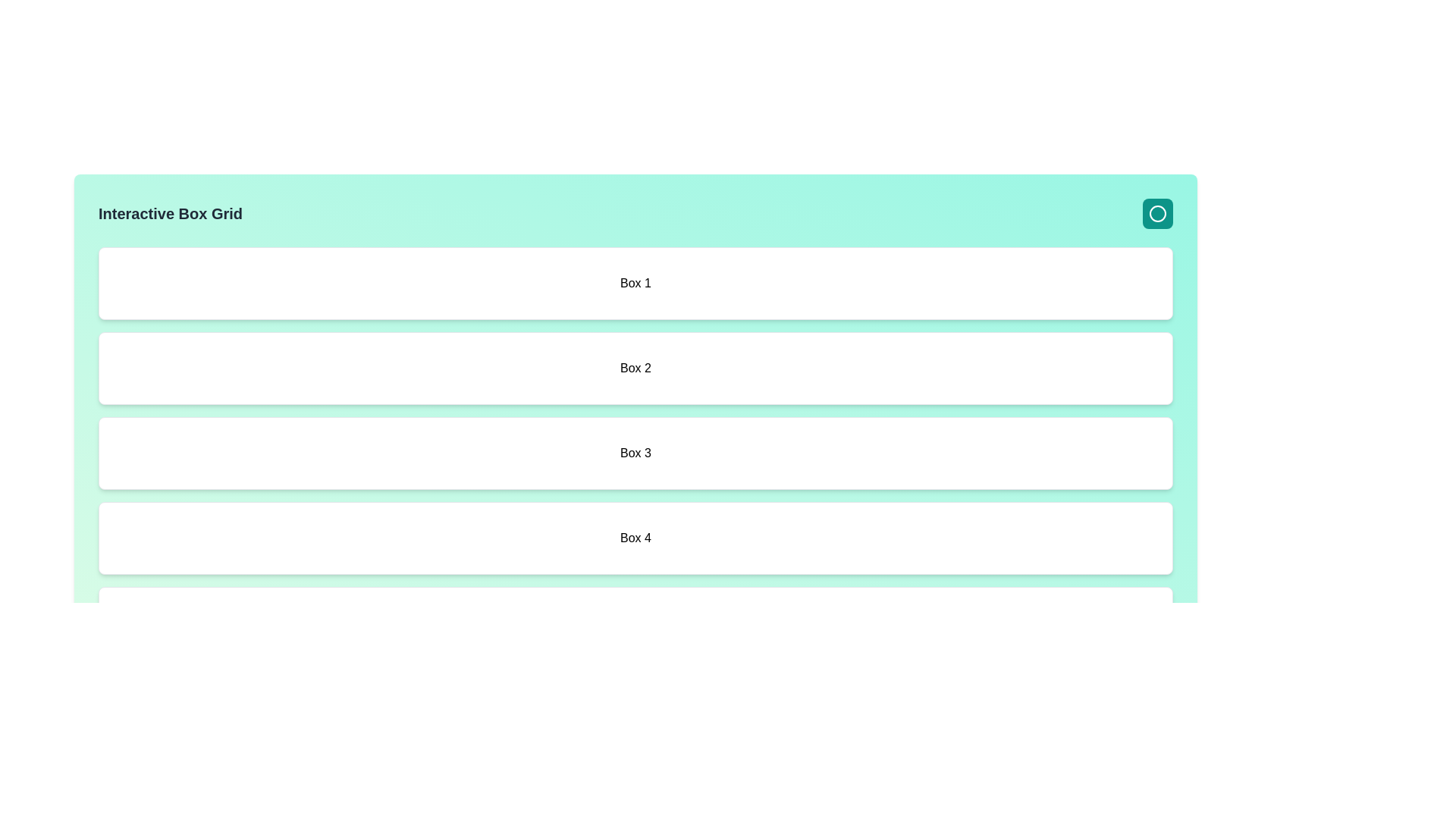 The image size is (1456, 819). I want to click on SVG circle located in the top-right corner of the panel displaying 'Interactive Box Grid' by clicking on it, so click(1156, 213).